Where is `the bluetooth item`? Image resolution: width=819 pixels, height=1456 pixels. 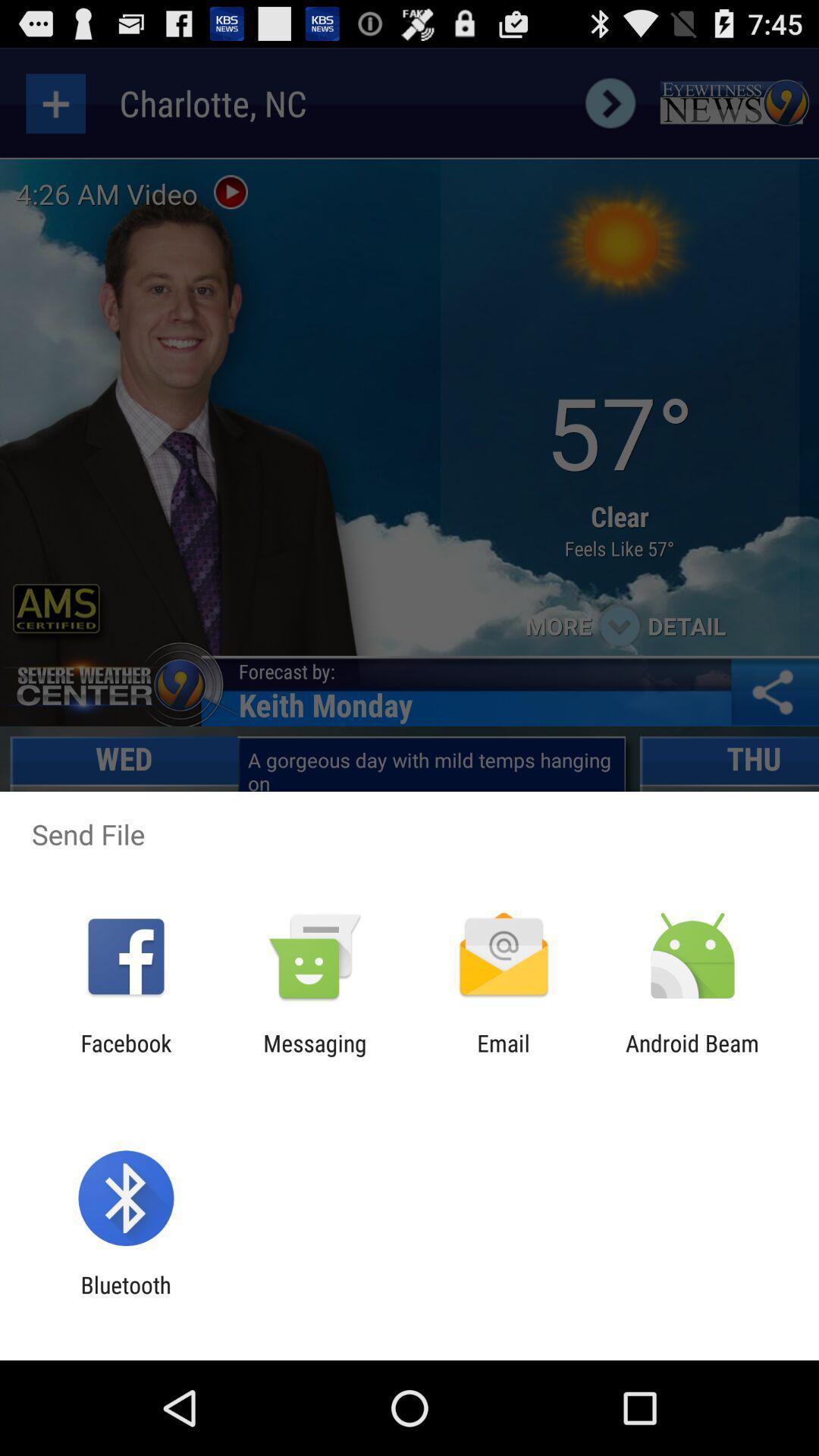 the bluetooth item is located at coordinates (125, 1298).